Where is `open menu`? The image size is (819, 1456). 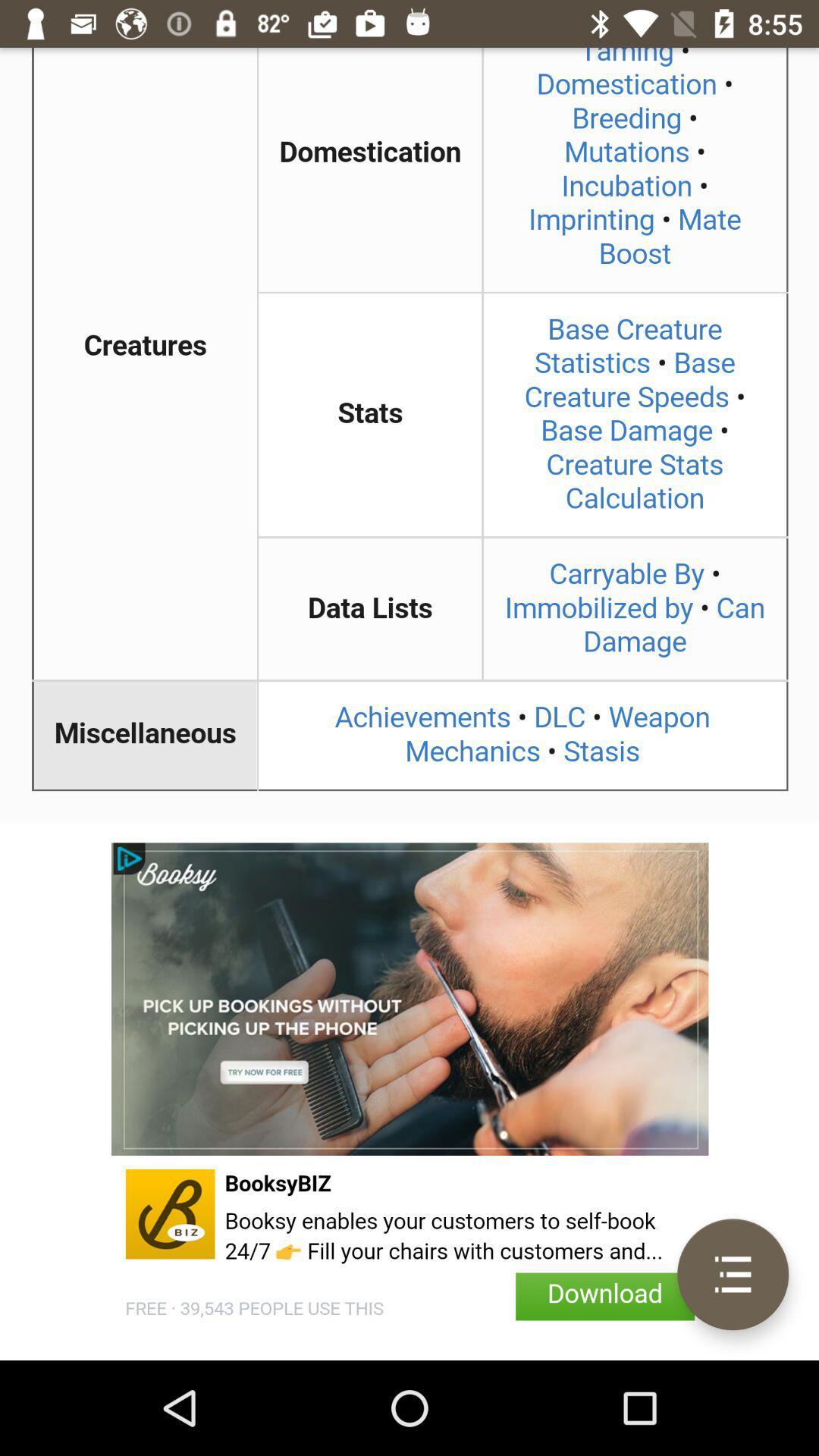 open menu is located at coordinates (732, 1274).